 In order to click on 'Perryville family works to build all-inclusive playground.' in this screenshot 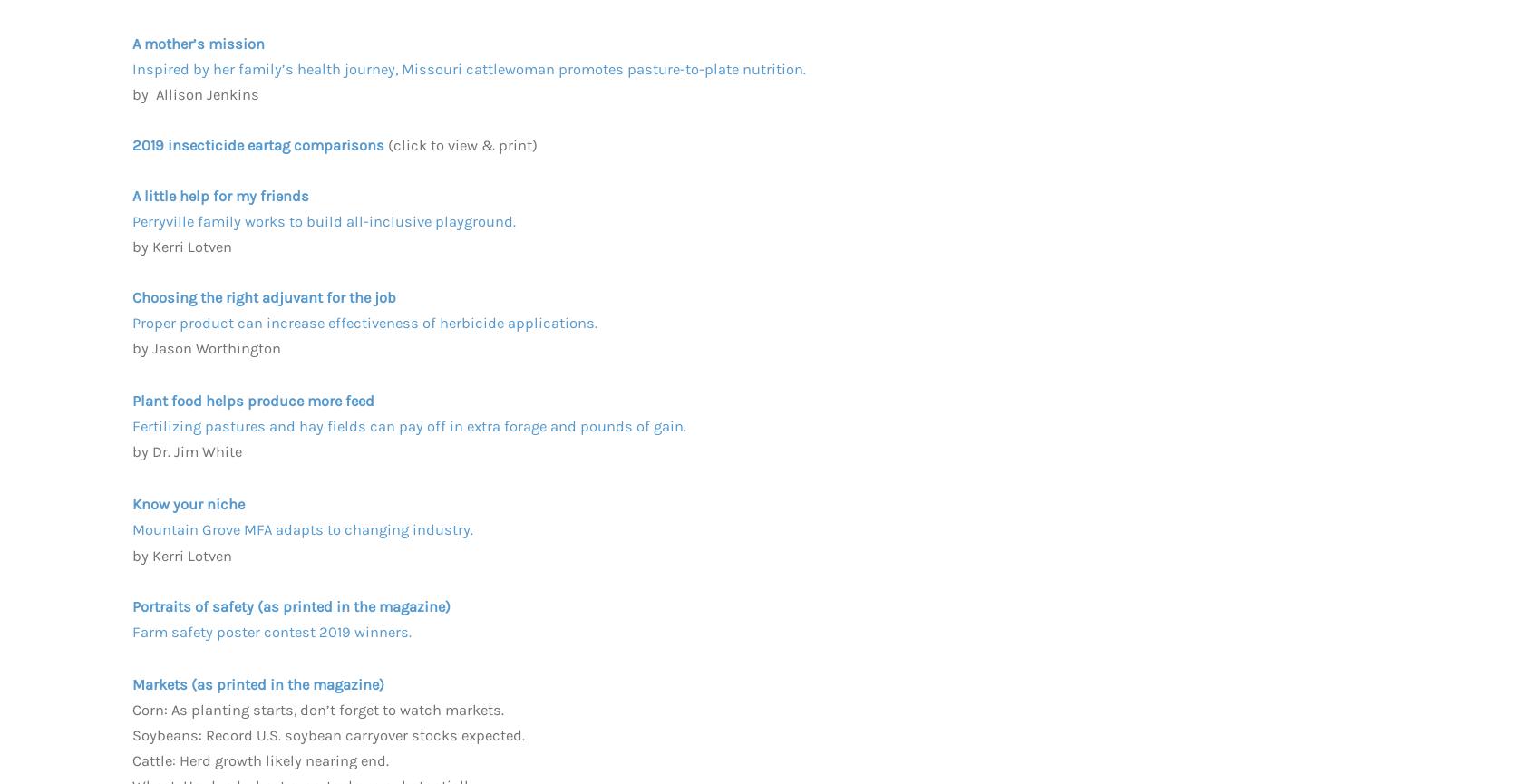, I will do `click(324, 220)`.